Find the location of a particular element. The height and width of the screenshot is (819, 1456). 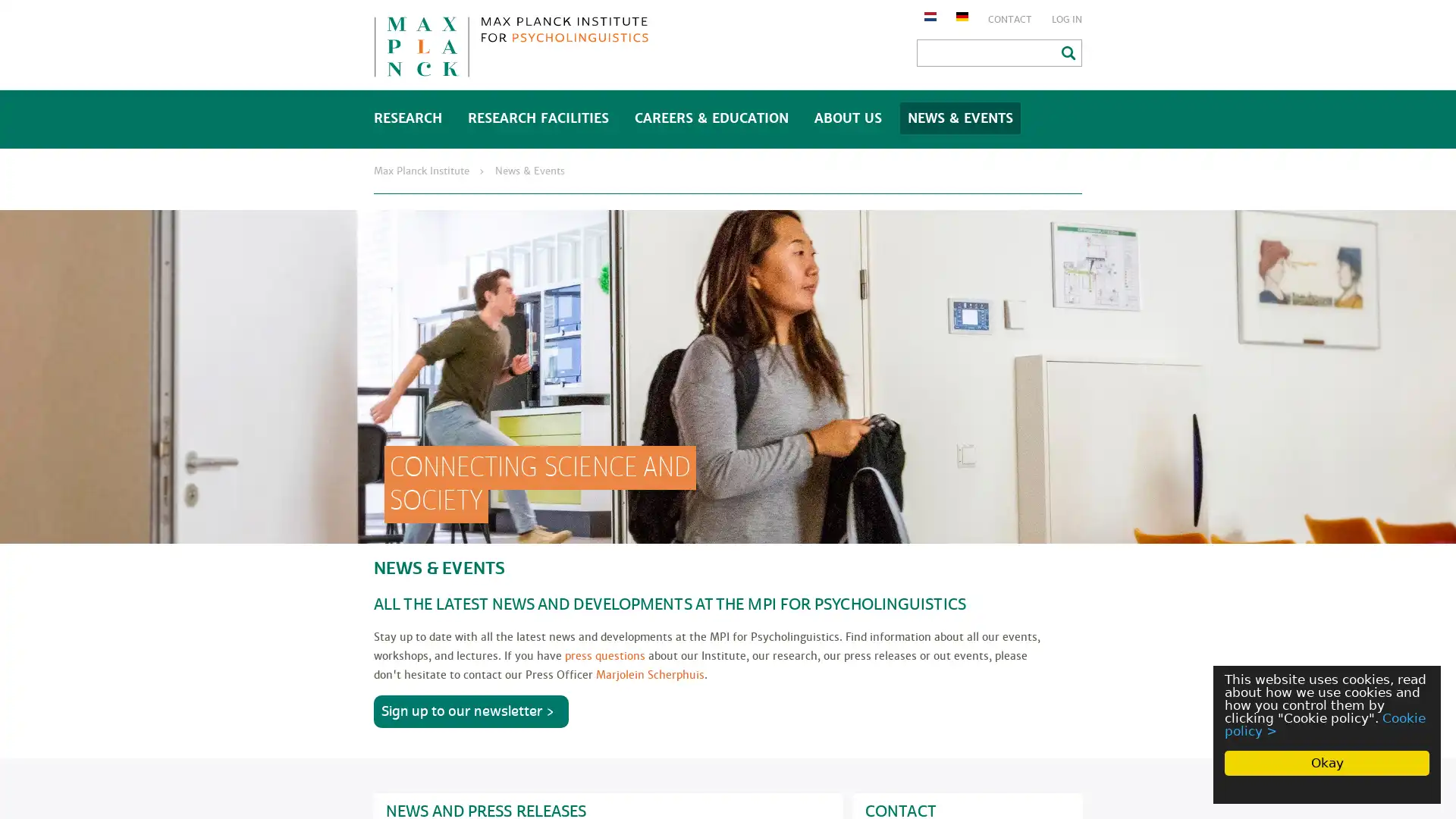

Search is located at coordinates (1065, 52).